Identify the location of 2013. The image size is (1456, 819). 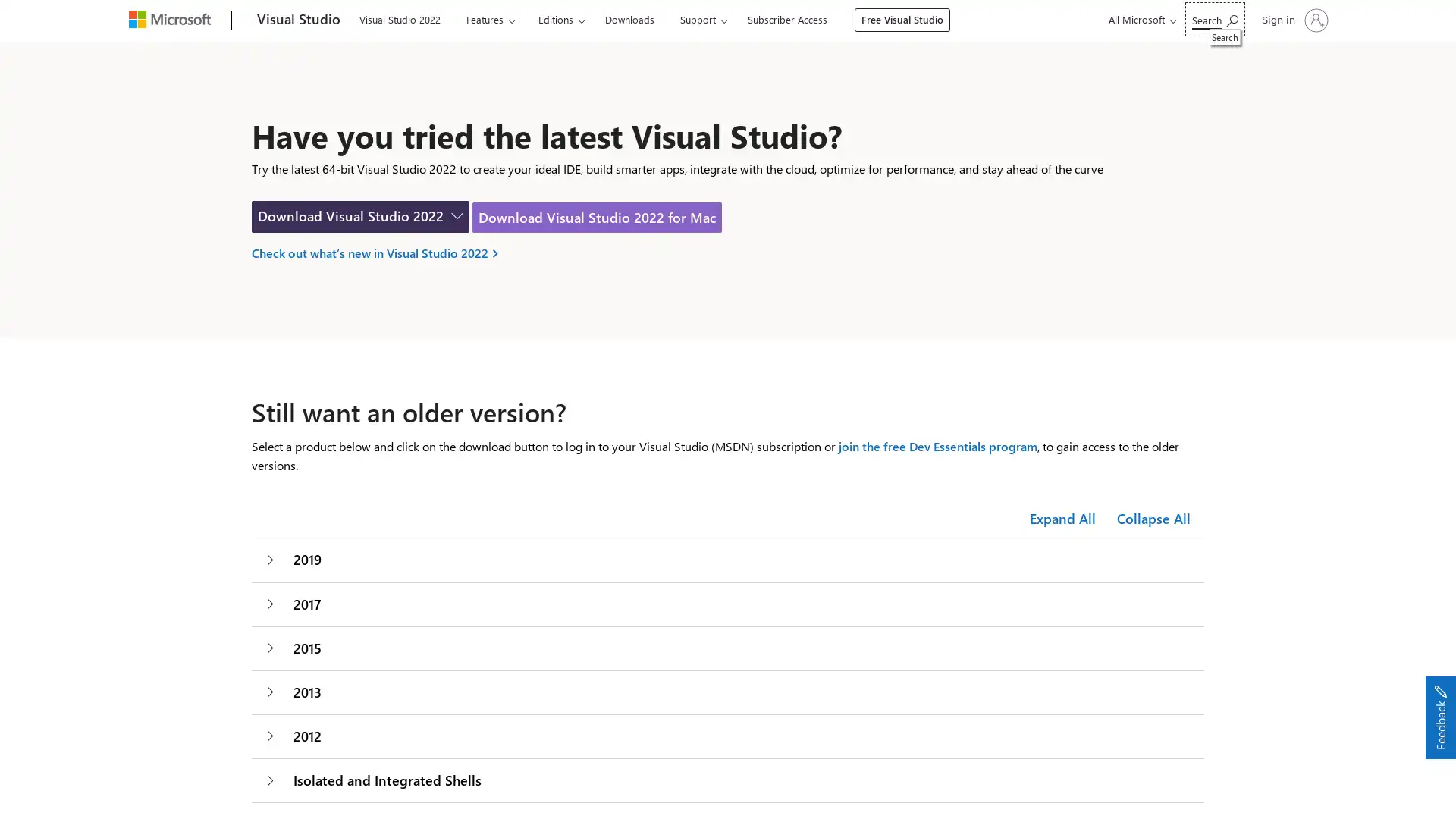
(728, 692).